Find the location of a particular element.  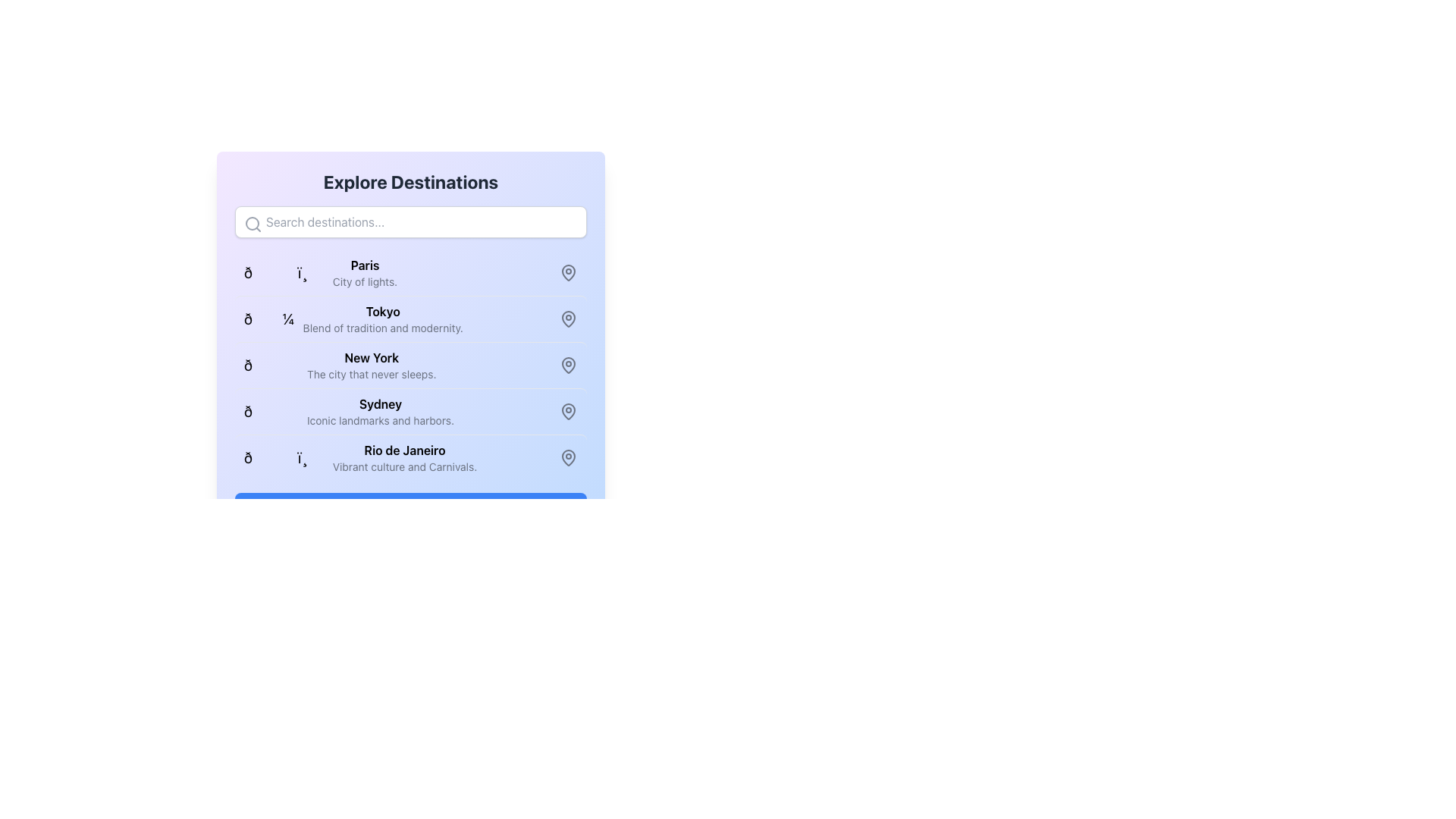

the gray map pin icon next to the 'Sydney' list item is located at coordinates (567, 412).